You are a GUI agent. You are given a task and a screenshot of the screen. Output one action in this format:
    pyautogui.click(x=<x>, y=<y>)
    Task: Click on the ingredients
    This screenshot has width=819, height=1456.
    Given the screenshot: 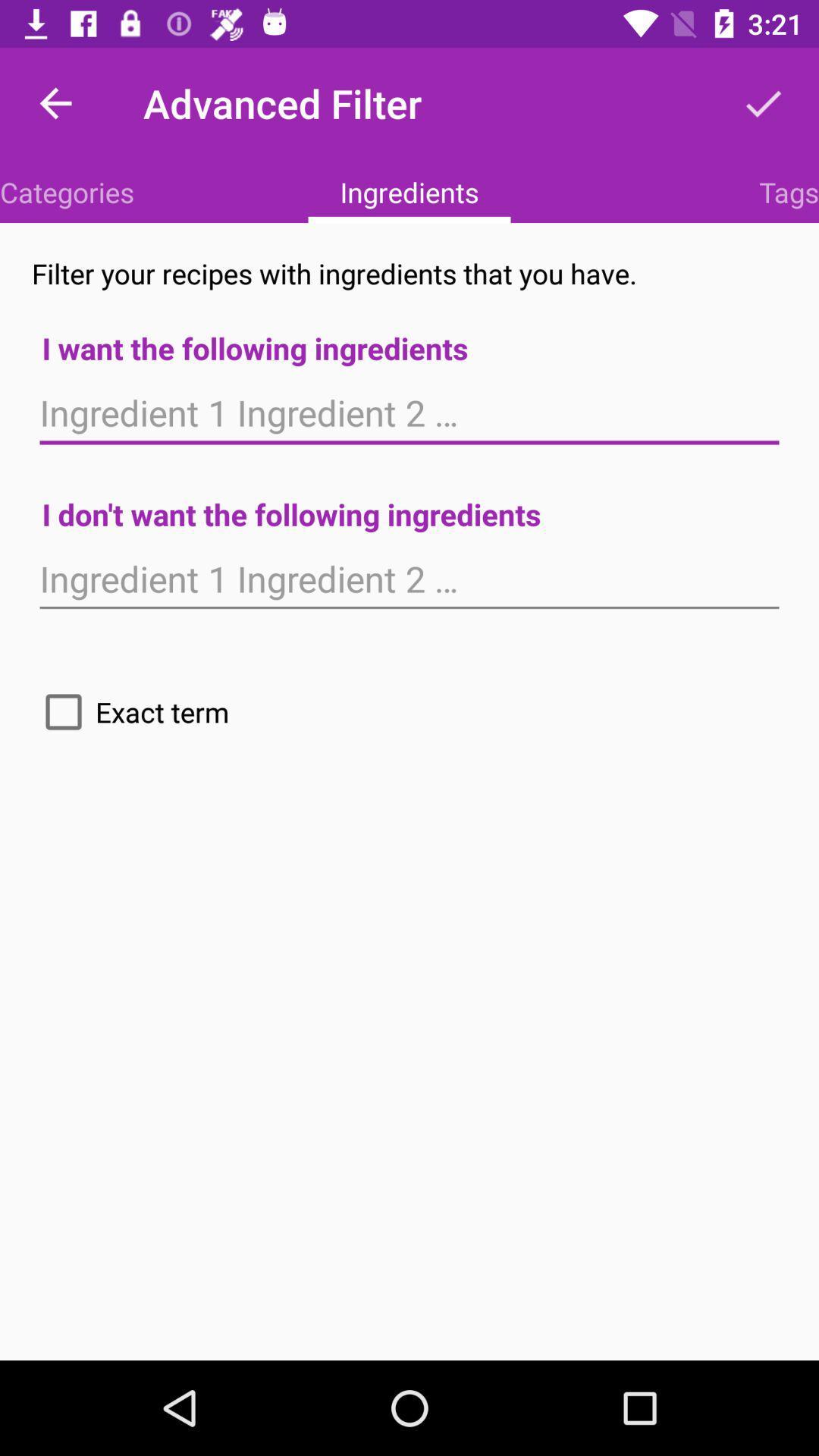 What is the action you would take?
    pyautogui.click(x=409, y=579)
    